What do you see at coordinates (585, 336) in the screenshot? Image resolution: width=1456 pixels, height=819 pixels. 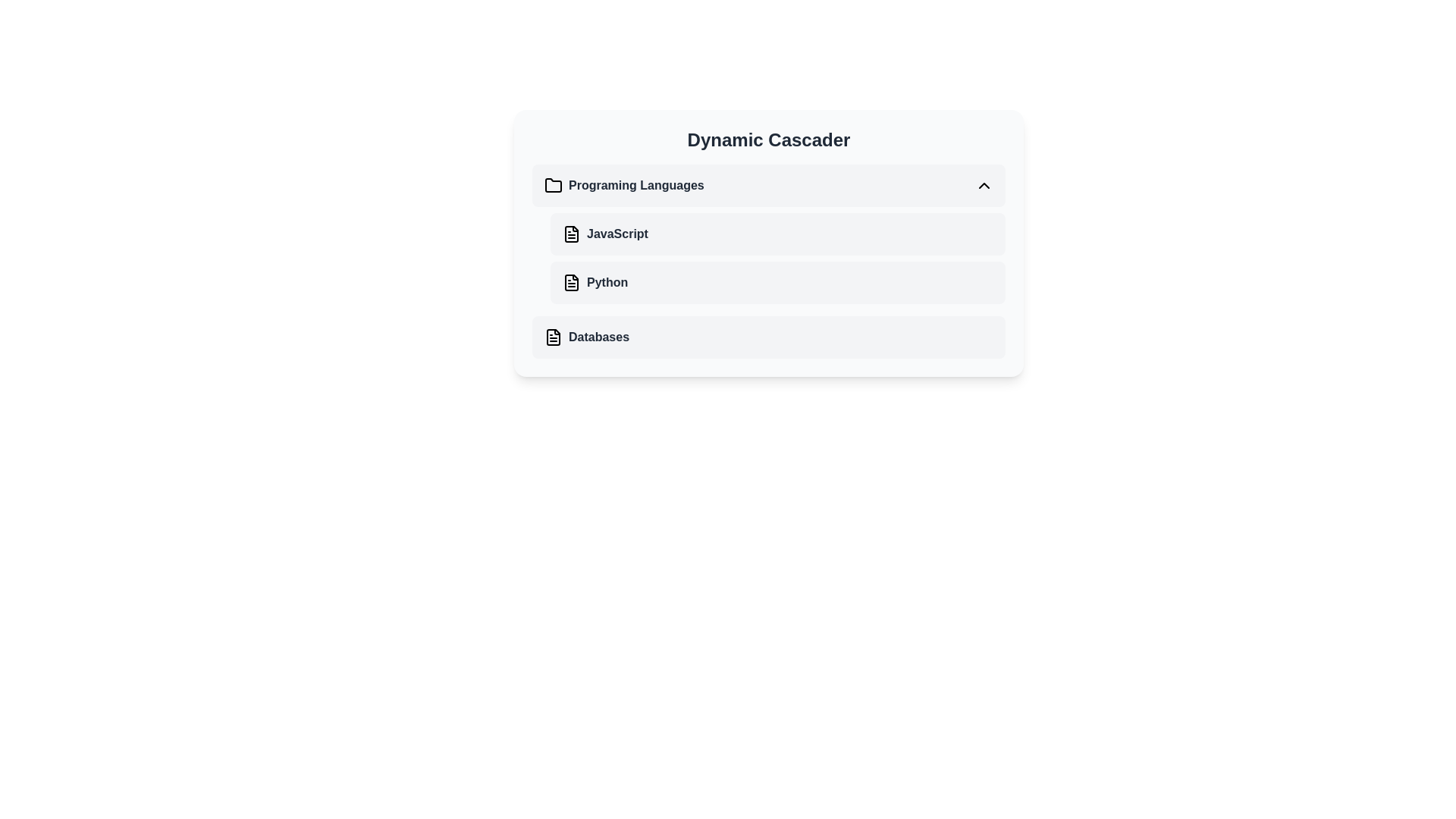 I see `the last item in the 'Dynamic Cascader' section, which is a Text Label with Icon related to databases` at bounding box center [585, 336].